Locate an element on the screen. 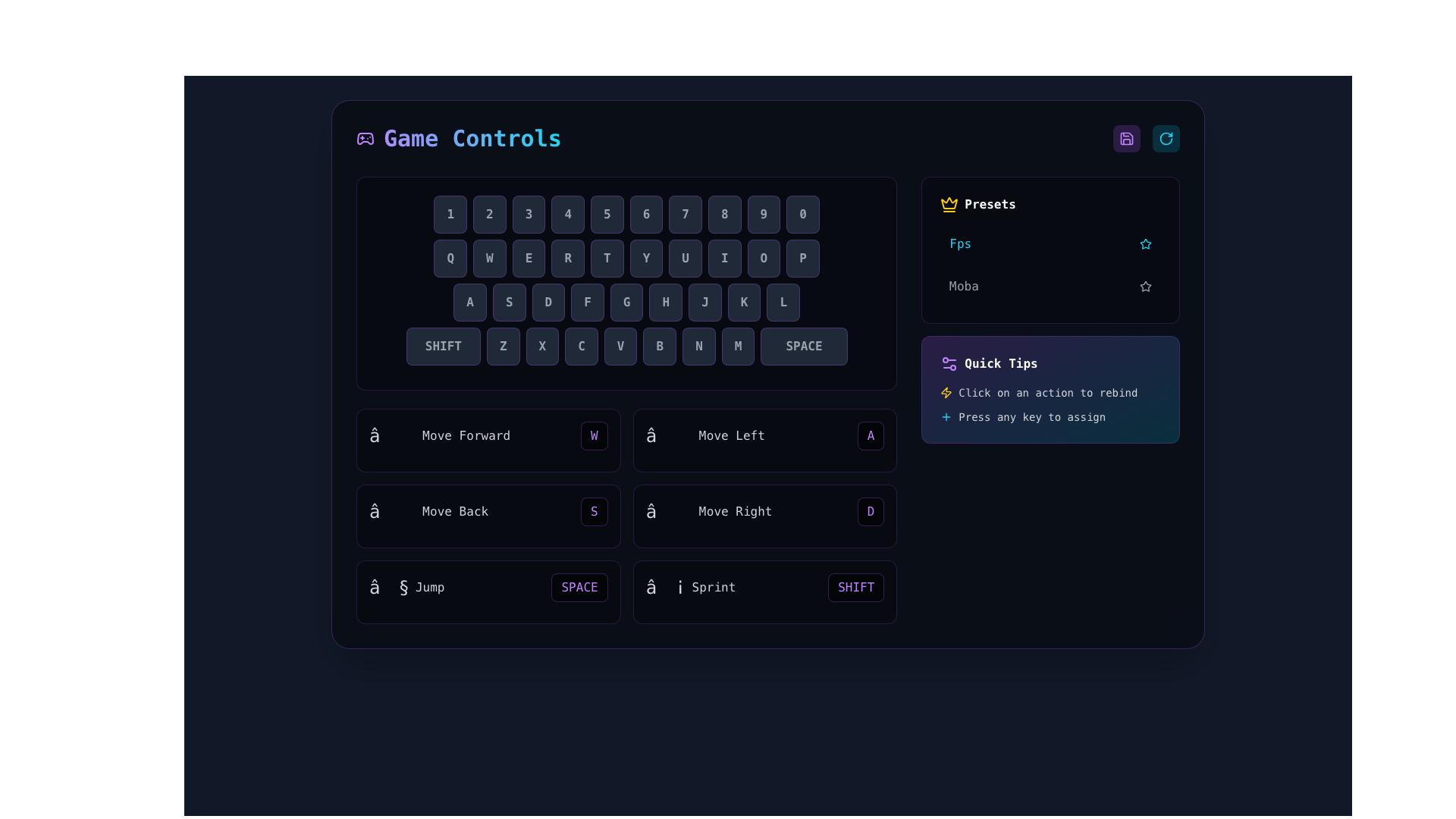  the 'Move Right' button in the Interactive Control Mapping Panel is located at coordinates (764, 516).